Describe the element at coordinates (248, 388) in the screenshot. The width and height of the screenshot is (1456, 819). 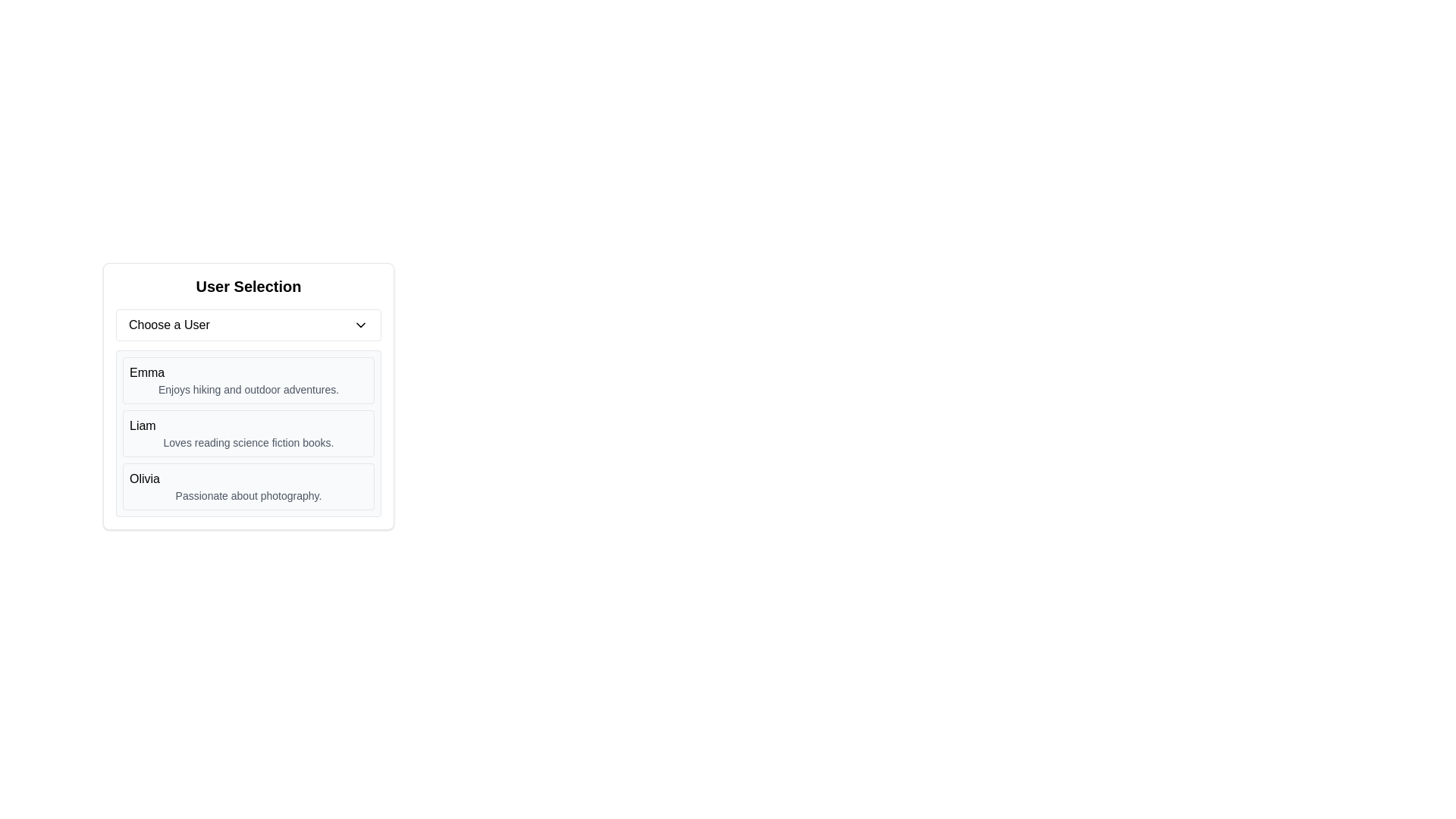
I see `the text label displaying 'Enjoys hiking and outdoor adventures.' located beneath Emma's name in the user description section` at that location.